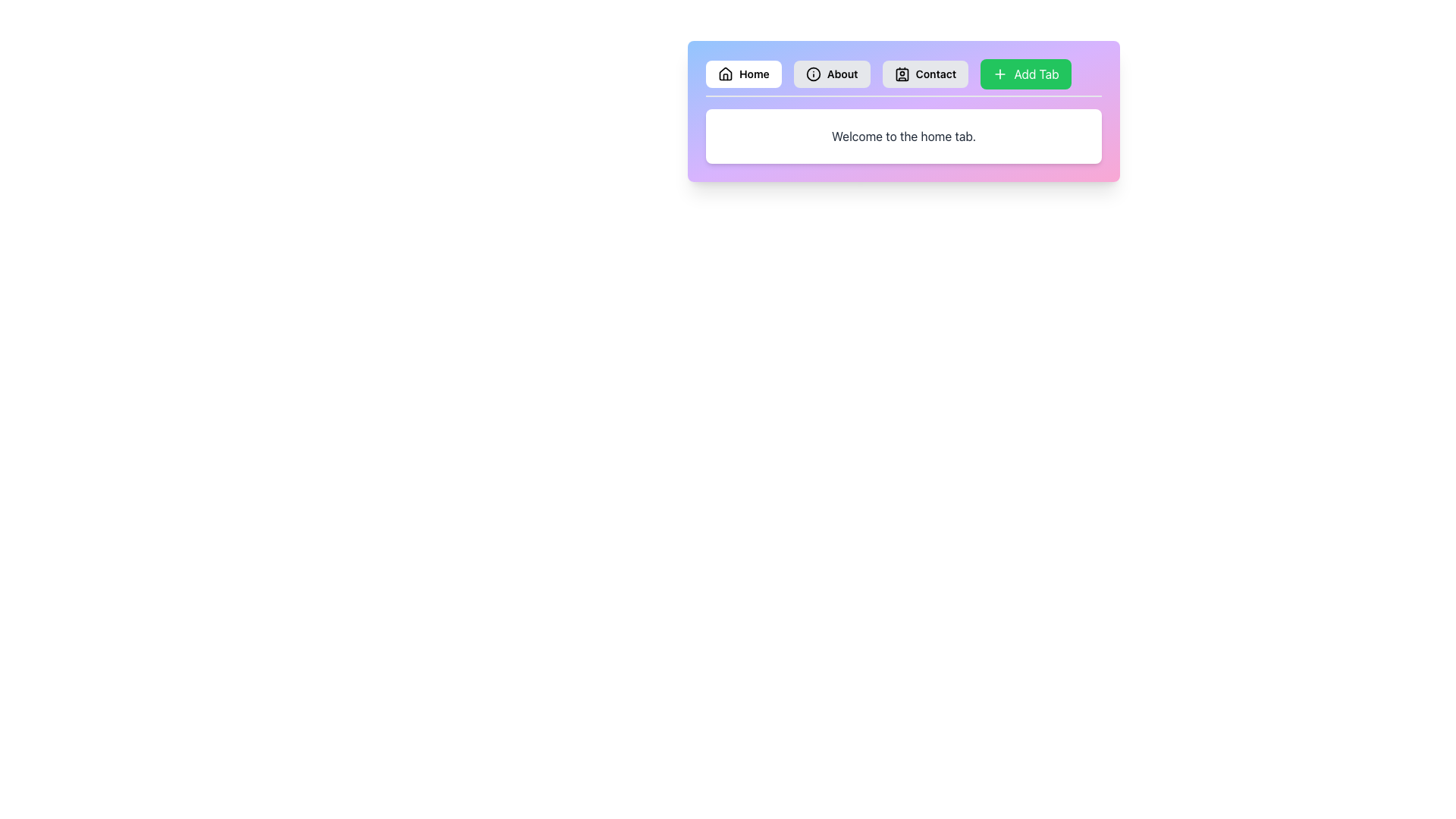 The height and width of the screenshot is (819, 1456). What do you see at coordinates (1036, 74) in the screenshot?
I see `text from the 'Add Tab' text label, which is displayed in bold white on a green background within a rounded rectangular button in the top menu bar` at bounding box center [1036, 74].